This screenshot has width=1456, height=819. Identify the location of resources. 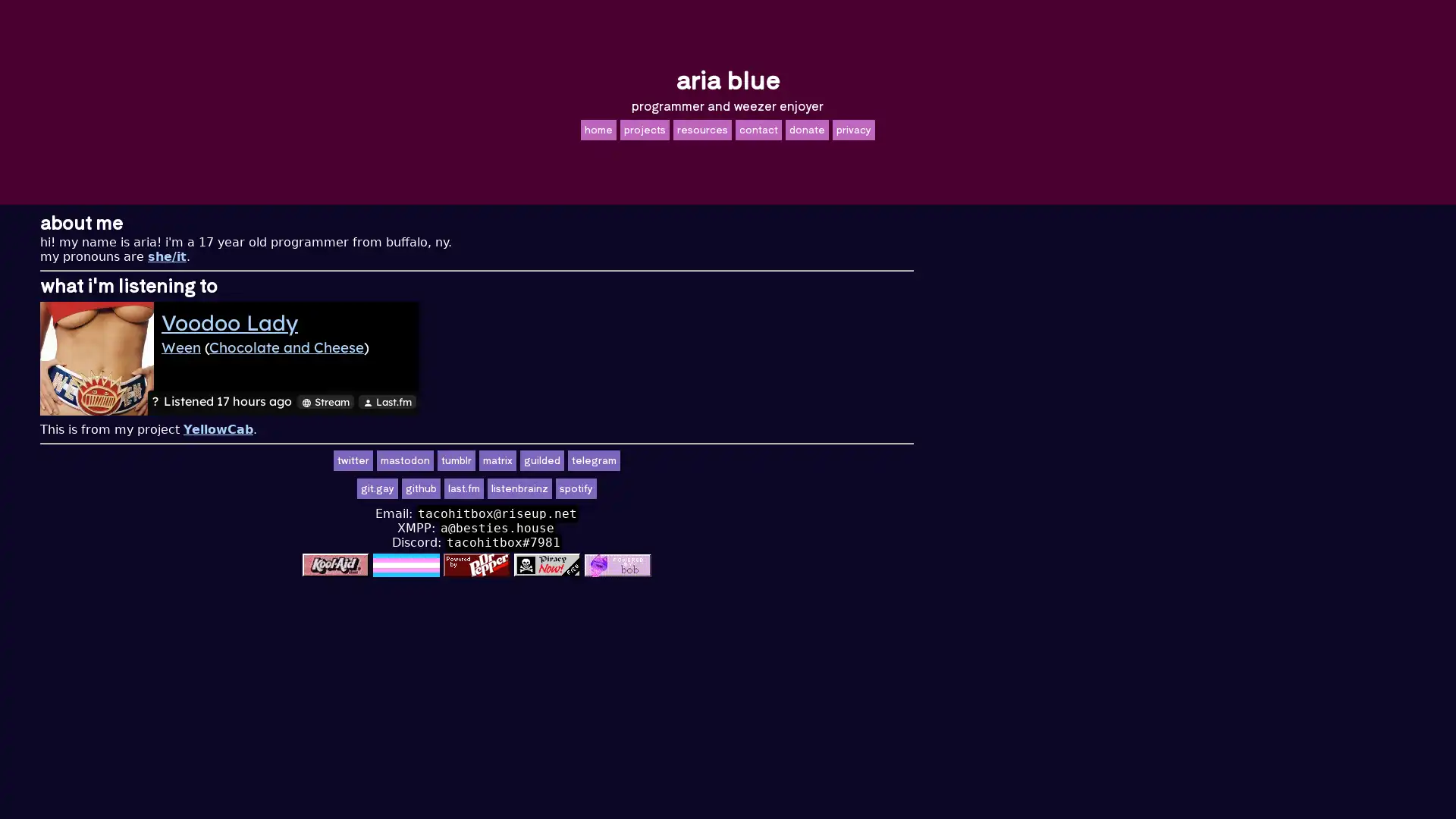
(701, 128).